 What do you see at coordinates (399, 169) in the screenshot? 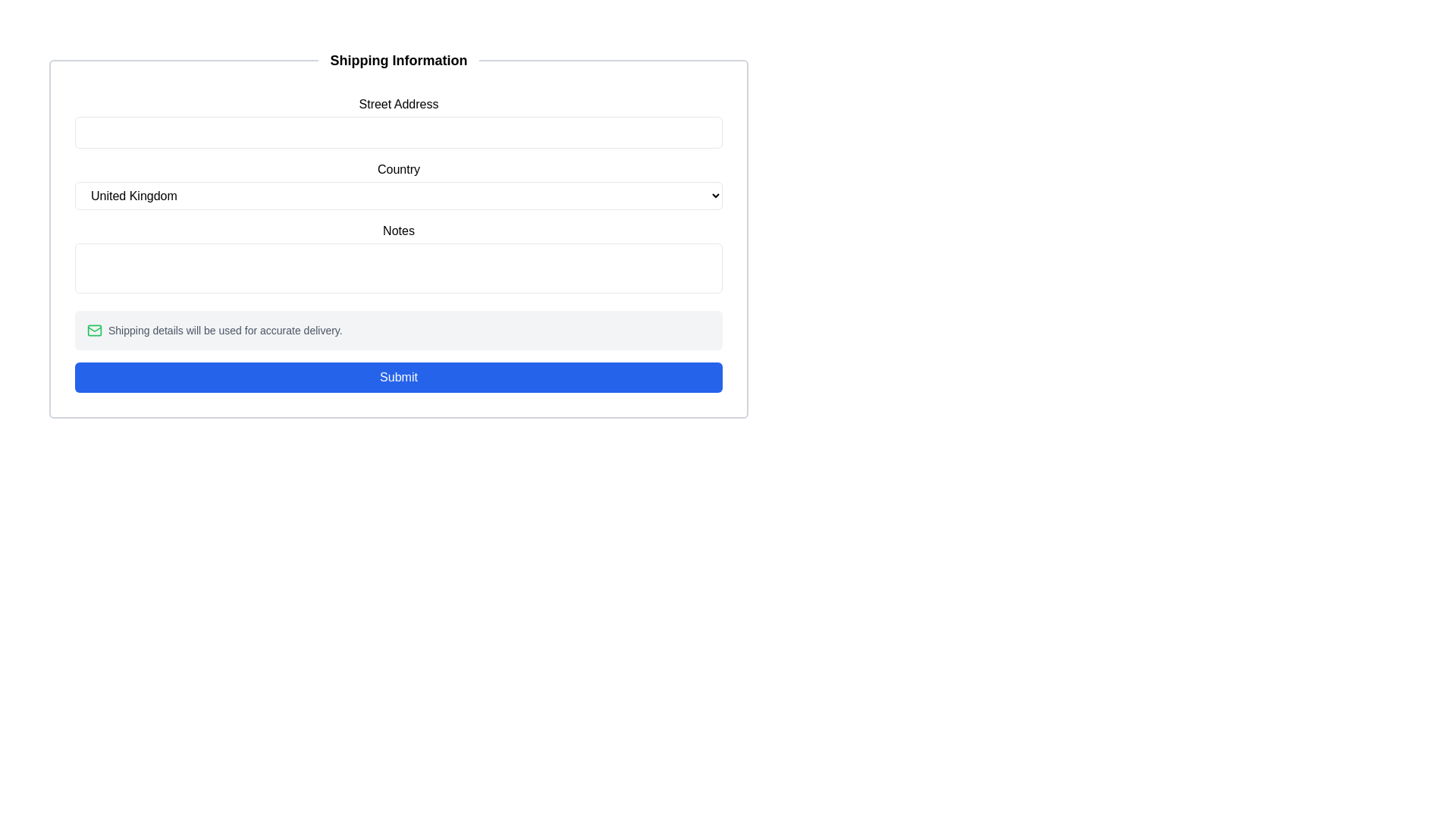
I see `the text label that indicates the purpose of the dropdown menu for selecting a country, positioned directly above the 'United Kingdom' dropdown` at bounding box center [399, 169].